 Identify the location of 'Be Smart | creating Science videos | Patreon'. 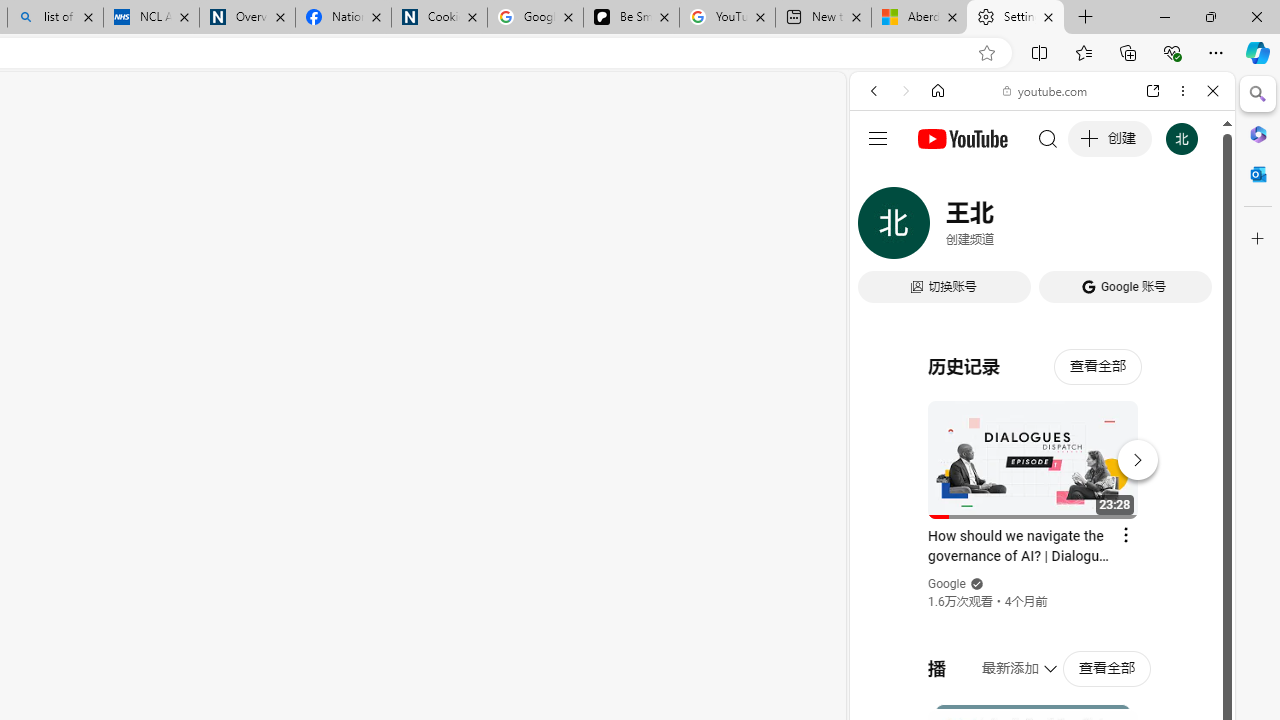
(630, 17).